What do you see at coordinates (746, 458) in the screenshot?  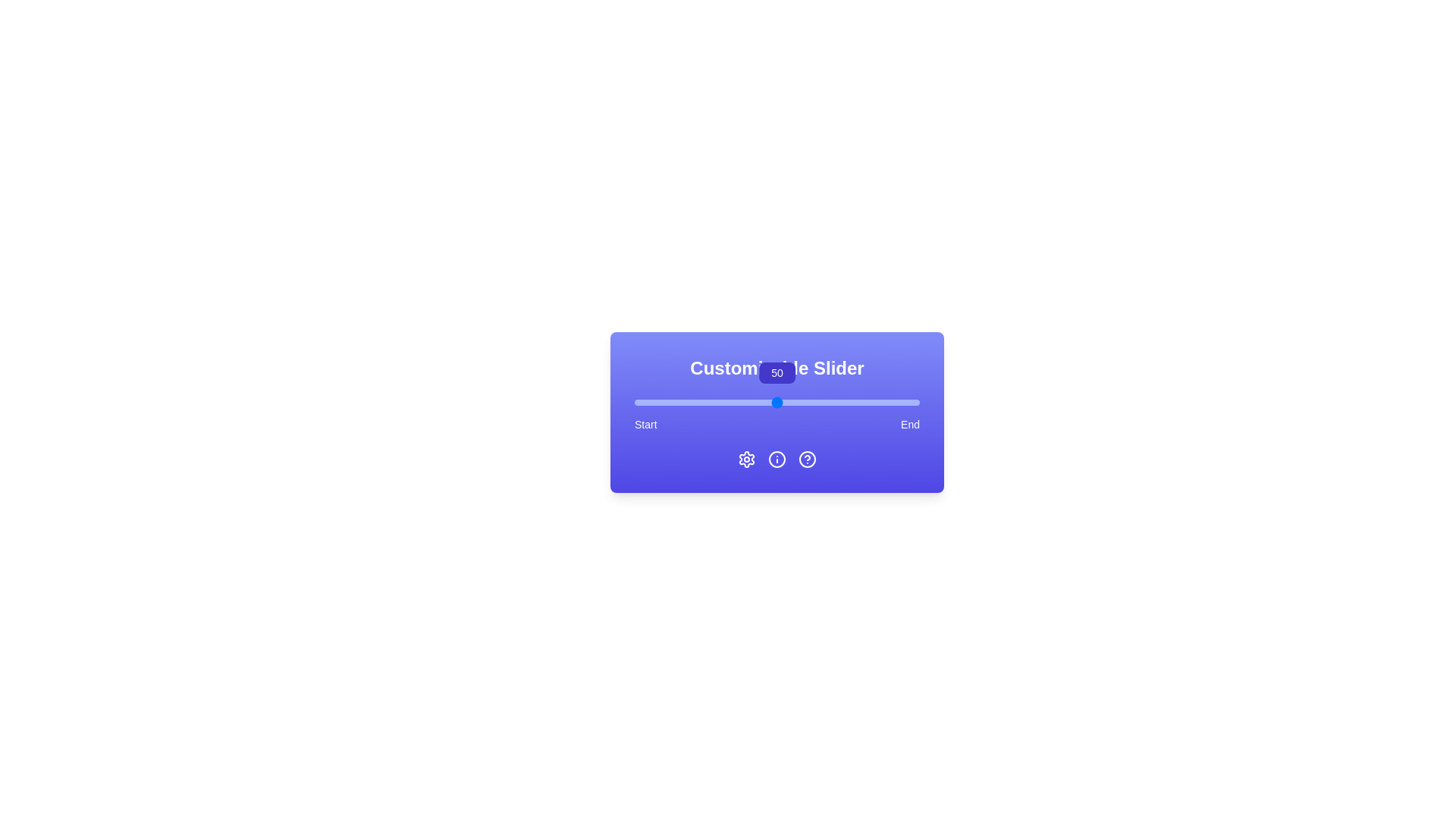 I see `the settings icon at the bottom left of the component` at bounding box center [746, 458].